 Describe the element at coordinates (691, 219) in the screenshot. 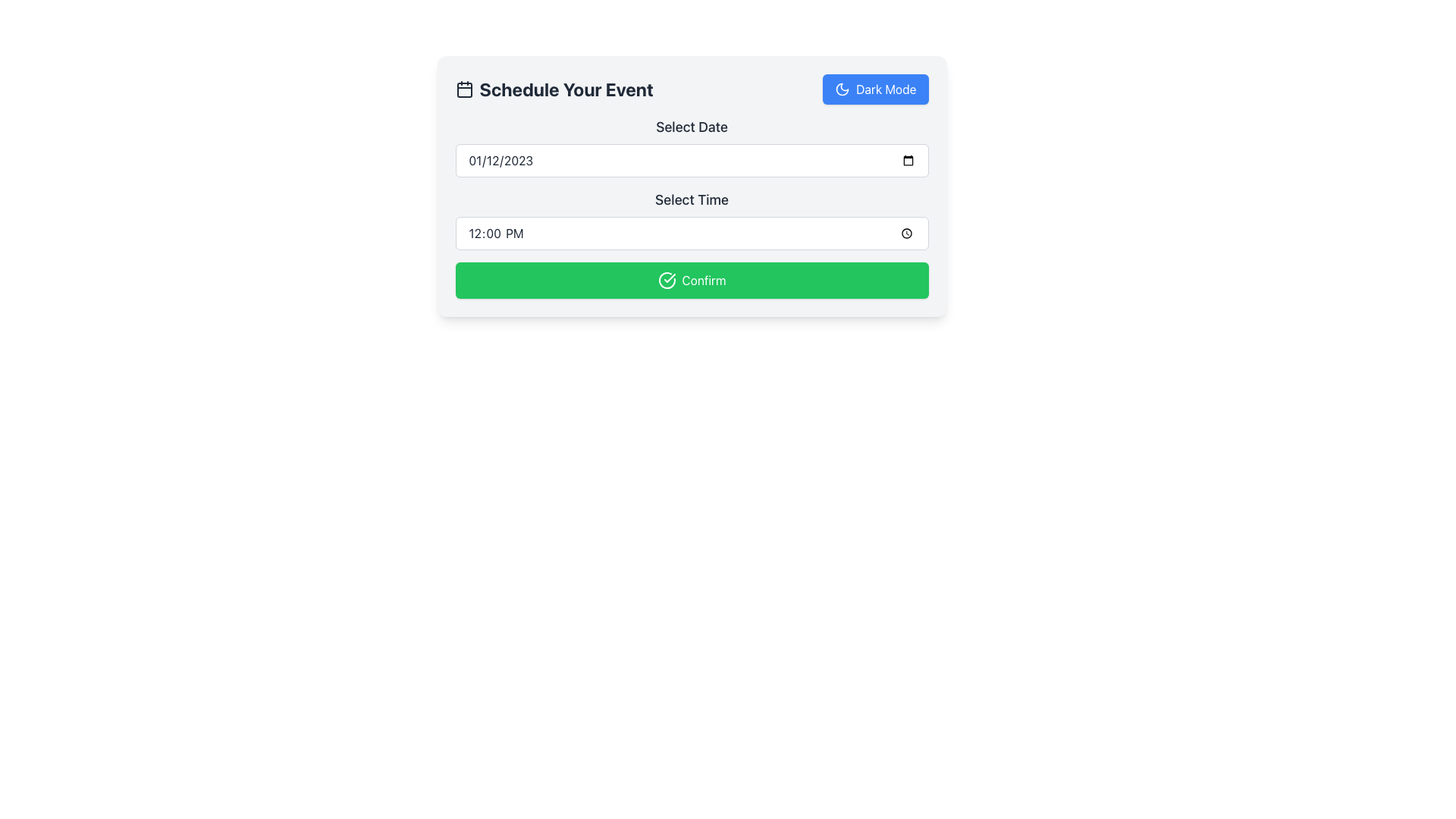

I see `the 'Select Time' Time Picker element` at that location.